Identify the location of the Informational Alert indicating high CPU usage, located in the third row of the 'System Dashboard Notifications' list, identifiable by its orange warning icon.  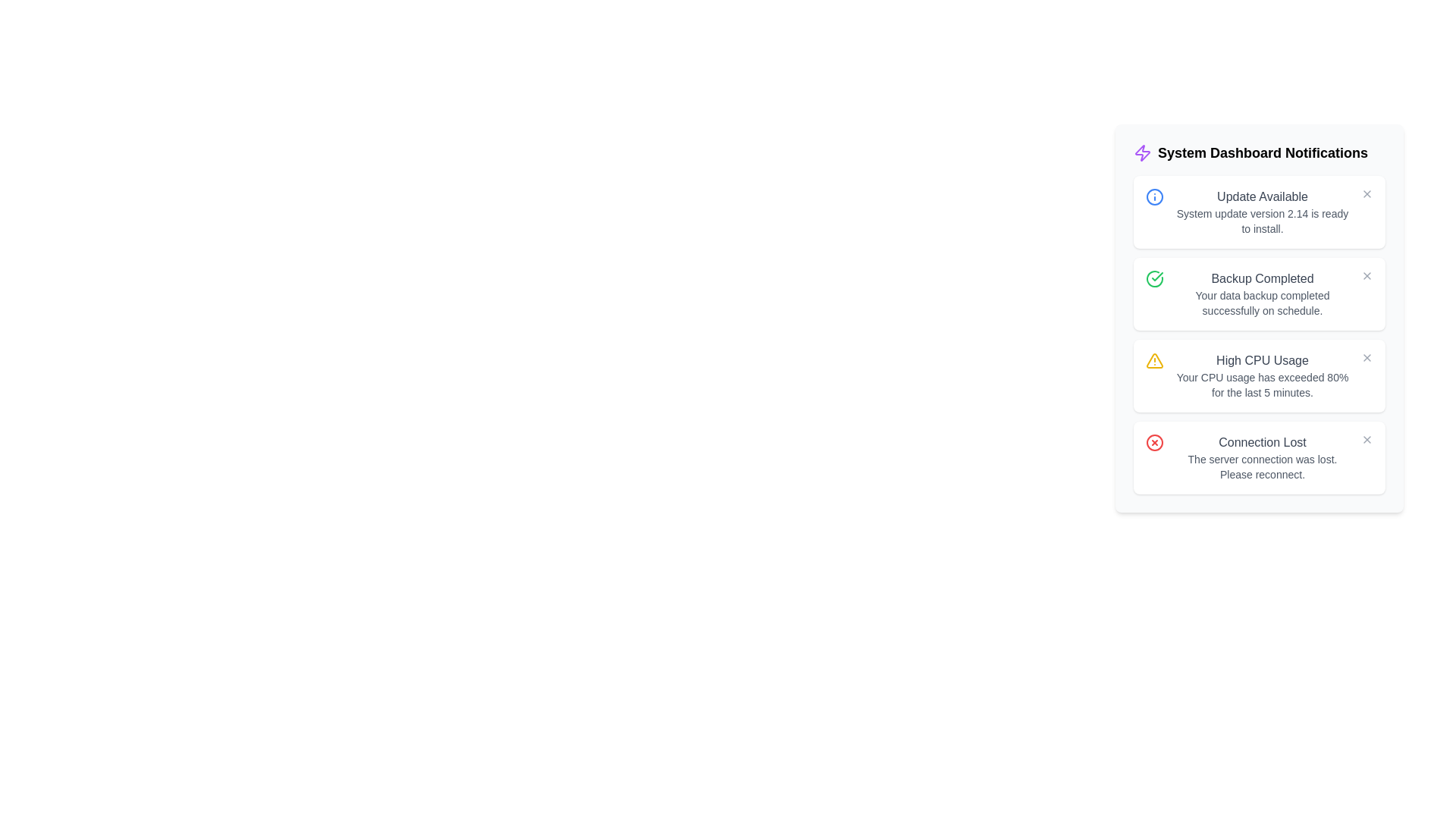
(1263, 375).